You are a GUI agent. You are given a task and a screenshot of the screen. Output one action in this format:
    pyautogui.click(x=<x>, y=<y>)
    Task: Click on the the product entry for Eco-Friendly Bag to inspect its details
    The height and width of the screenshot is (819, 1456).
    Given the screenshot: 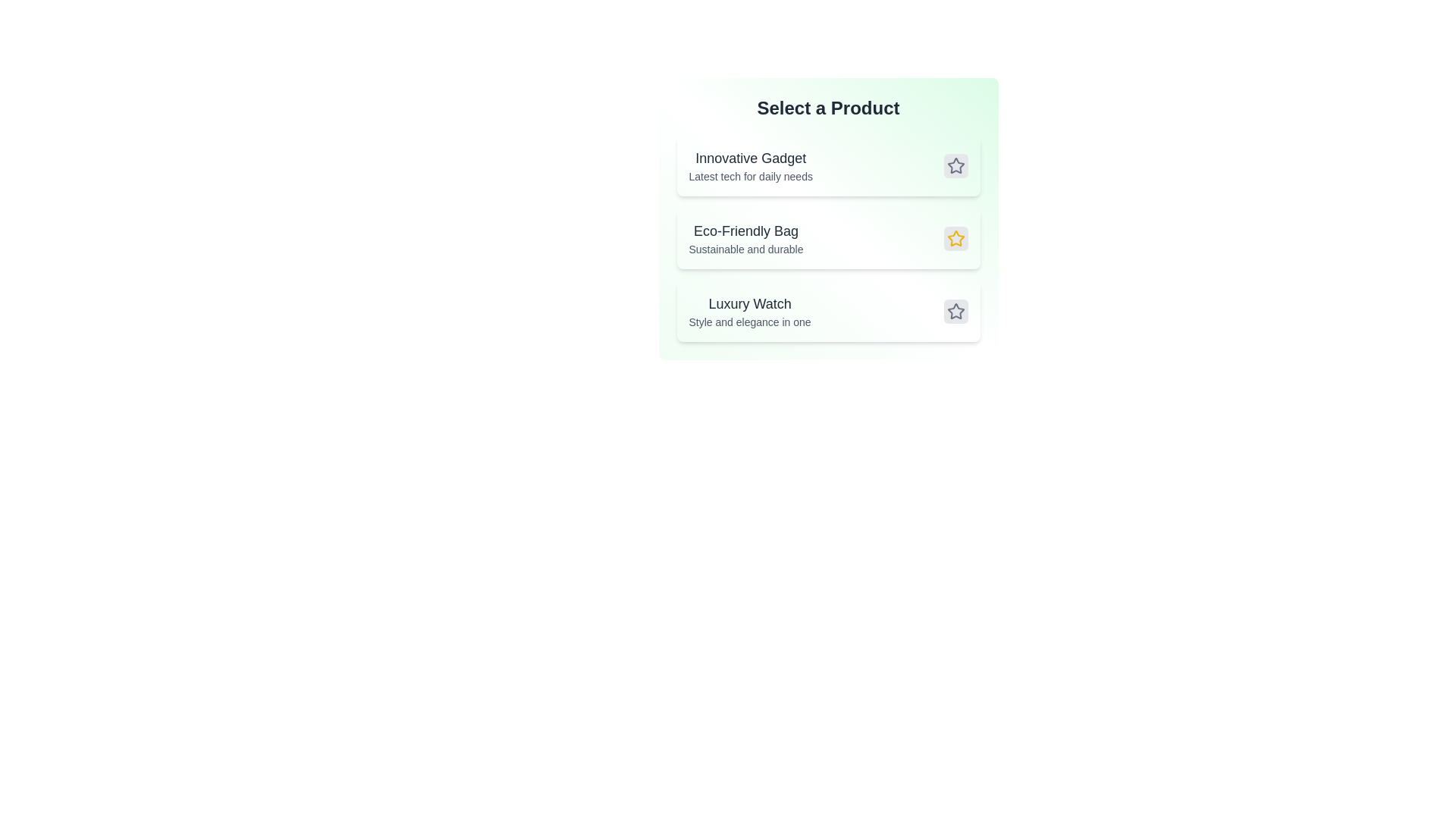 What is the action you would take?
    pyautogui.click(x=745, y=239)
    